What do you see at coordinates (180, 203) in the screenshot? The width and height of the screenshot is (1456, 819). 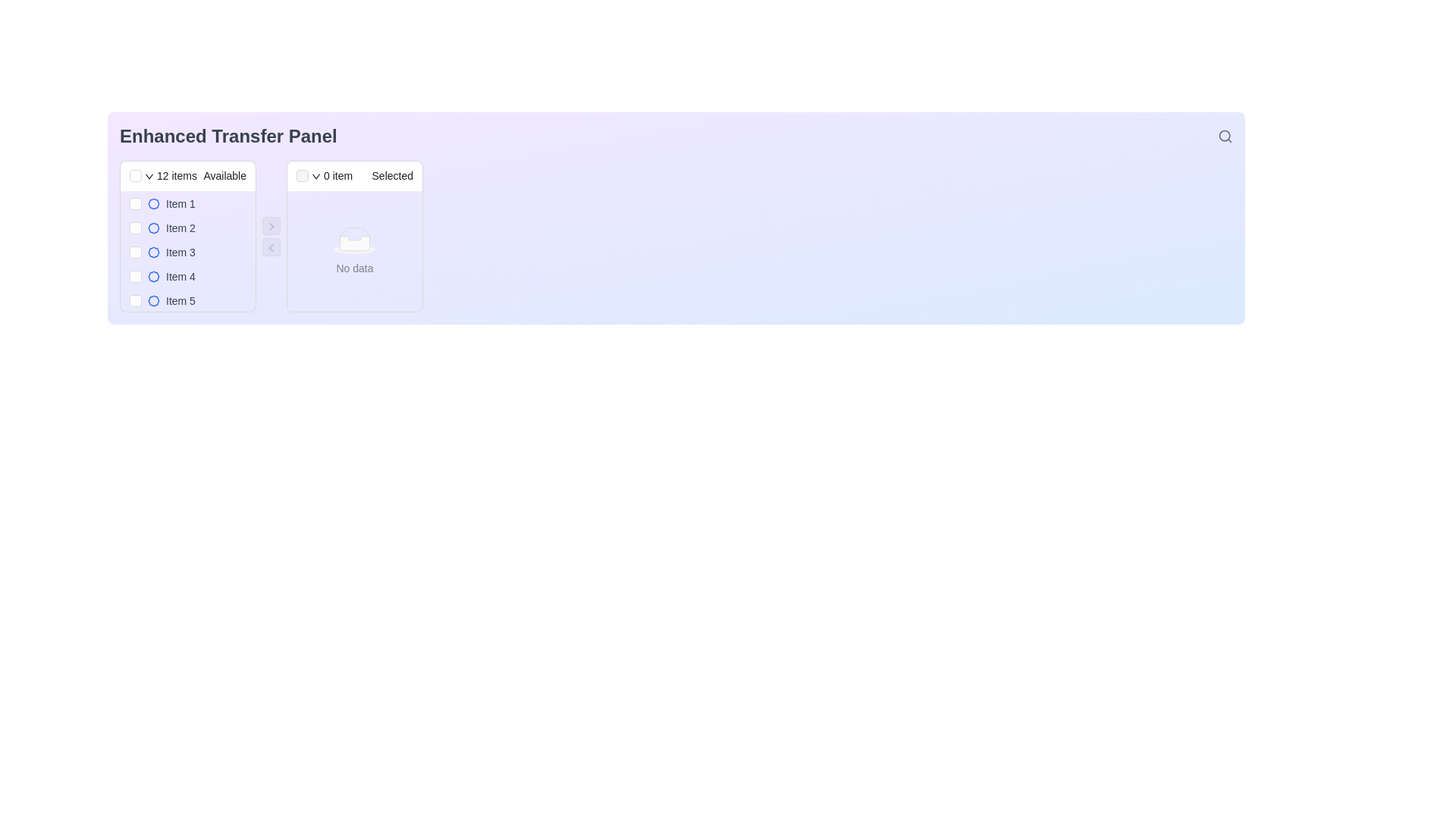 I see `the text label 'Item 1' which is styled in gray and located in the first row of the interactive list of selectable items` at bounding box center [180, 203].